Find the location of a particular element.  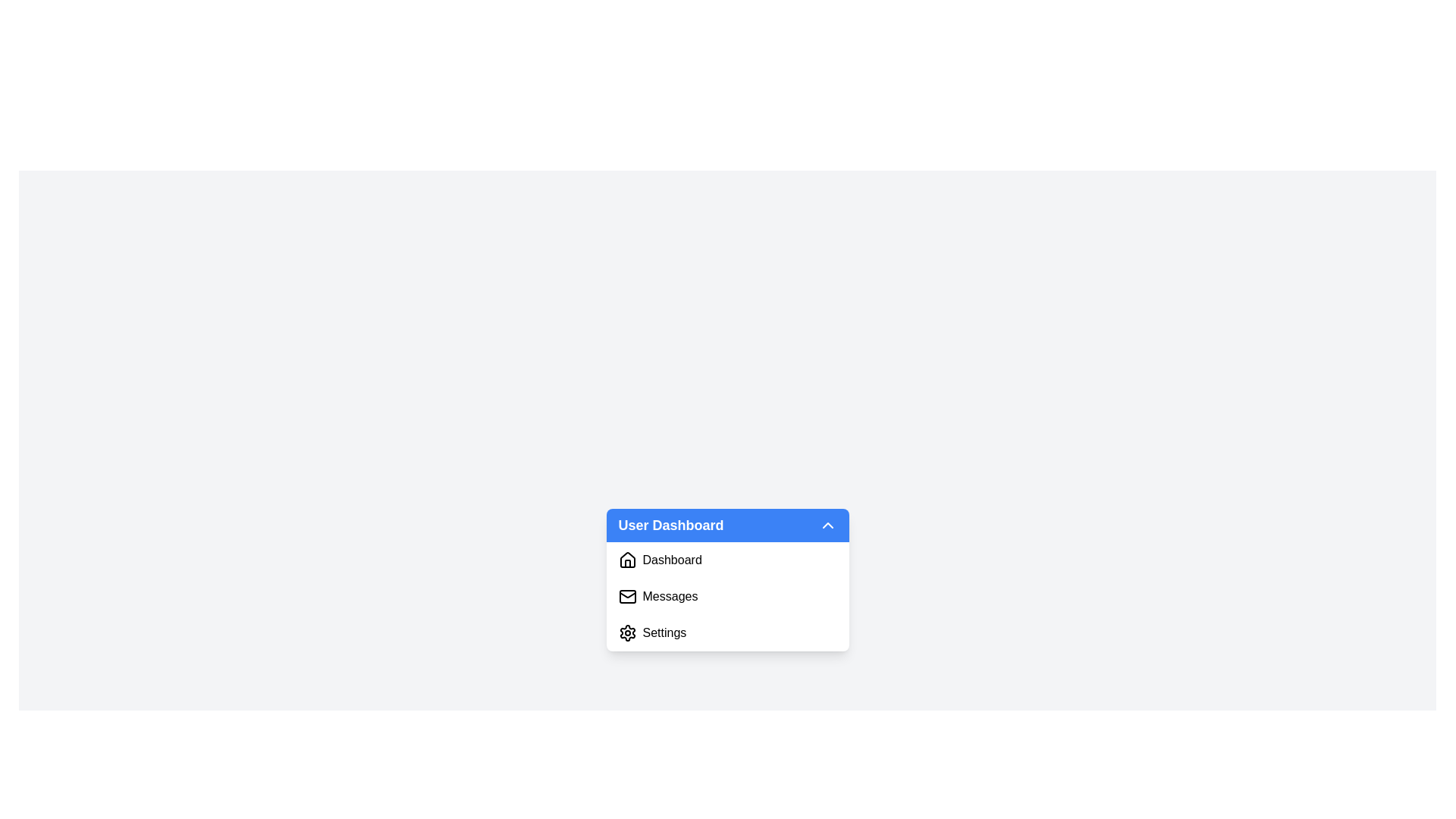

the settings gear icon, which is a black circular icon with gear teeth, located adjacent to the 'Settings' label in the menu is located at coordinates (627, 632).